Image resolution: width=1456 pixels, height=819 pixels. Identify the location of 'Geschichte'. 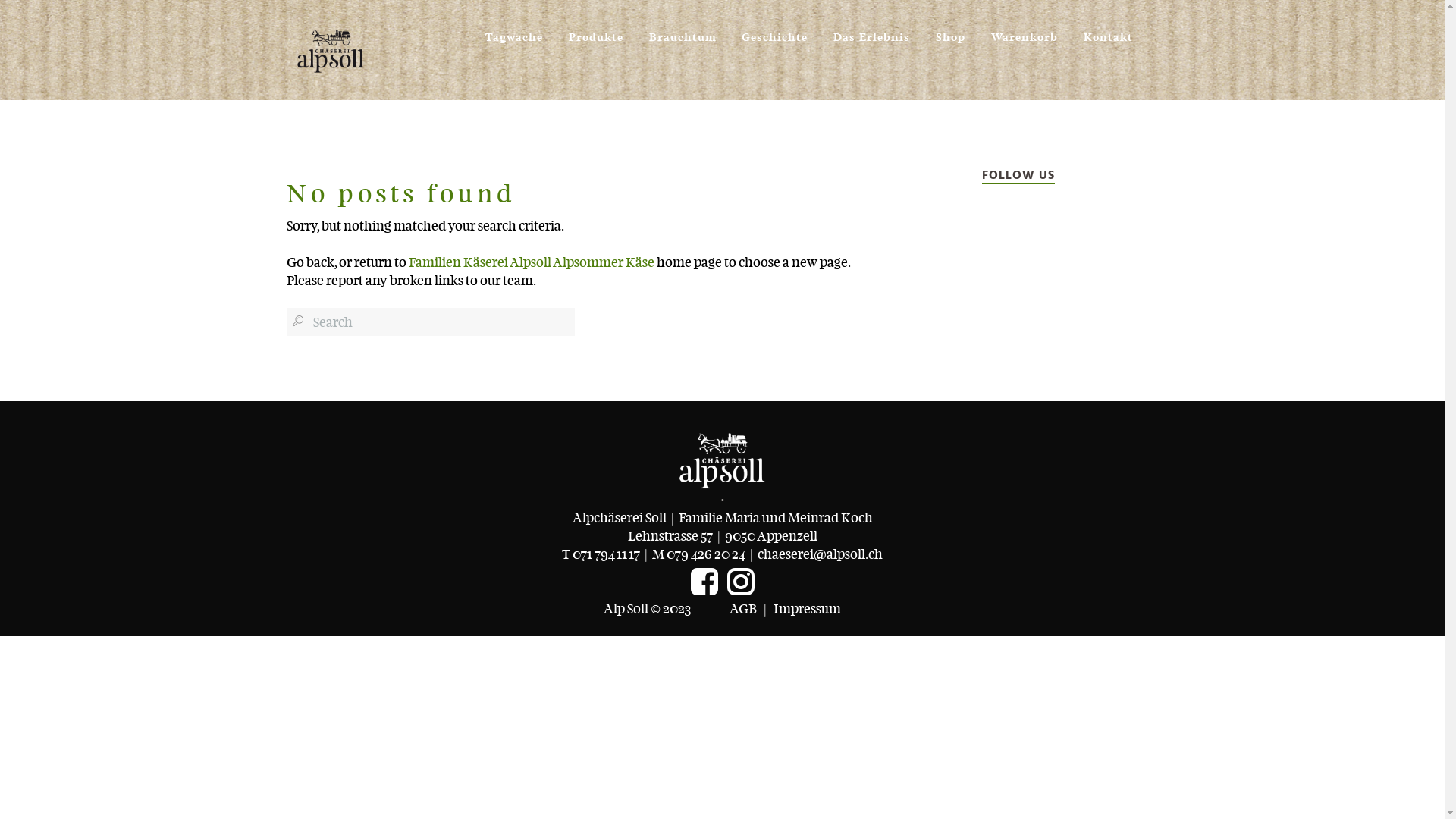
(742, 30).